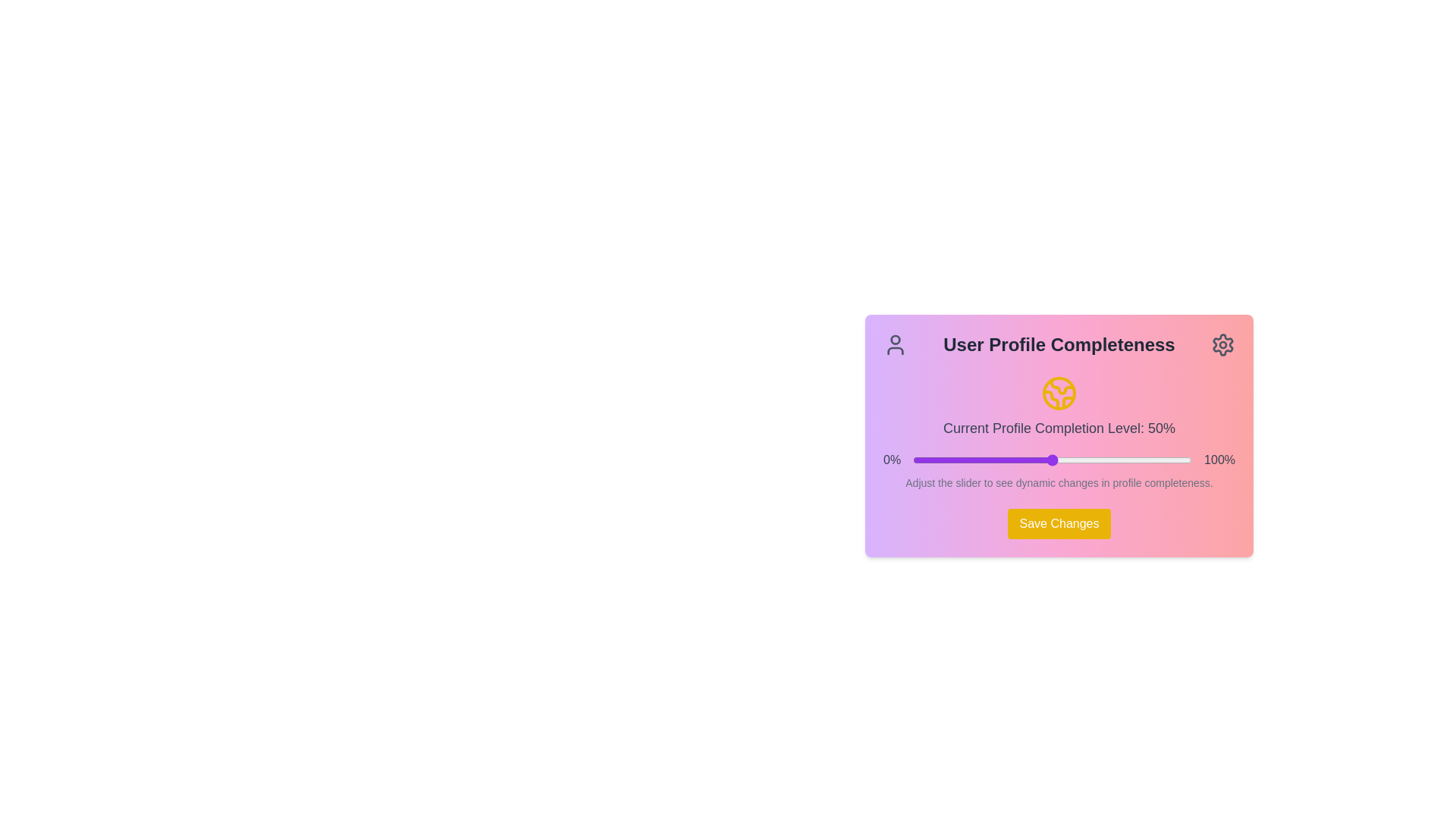  Describe the element at coordinates (1219, 459) in the screenshot. I see `the text label displaying '100%' in gray font, located to the right of the horizontal slider bar at the bottom-right corner of the card-like layout` at that location.